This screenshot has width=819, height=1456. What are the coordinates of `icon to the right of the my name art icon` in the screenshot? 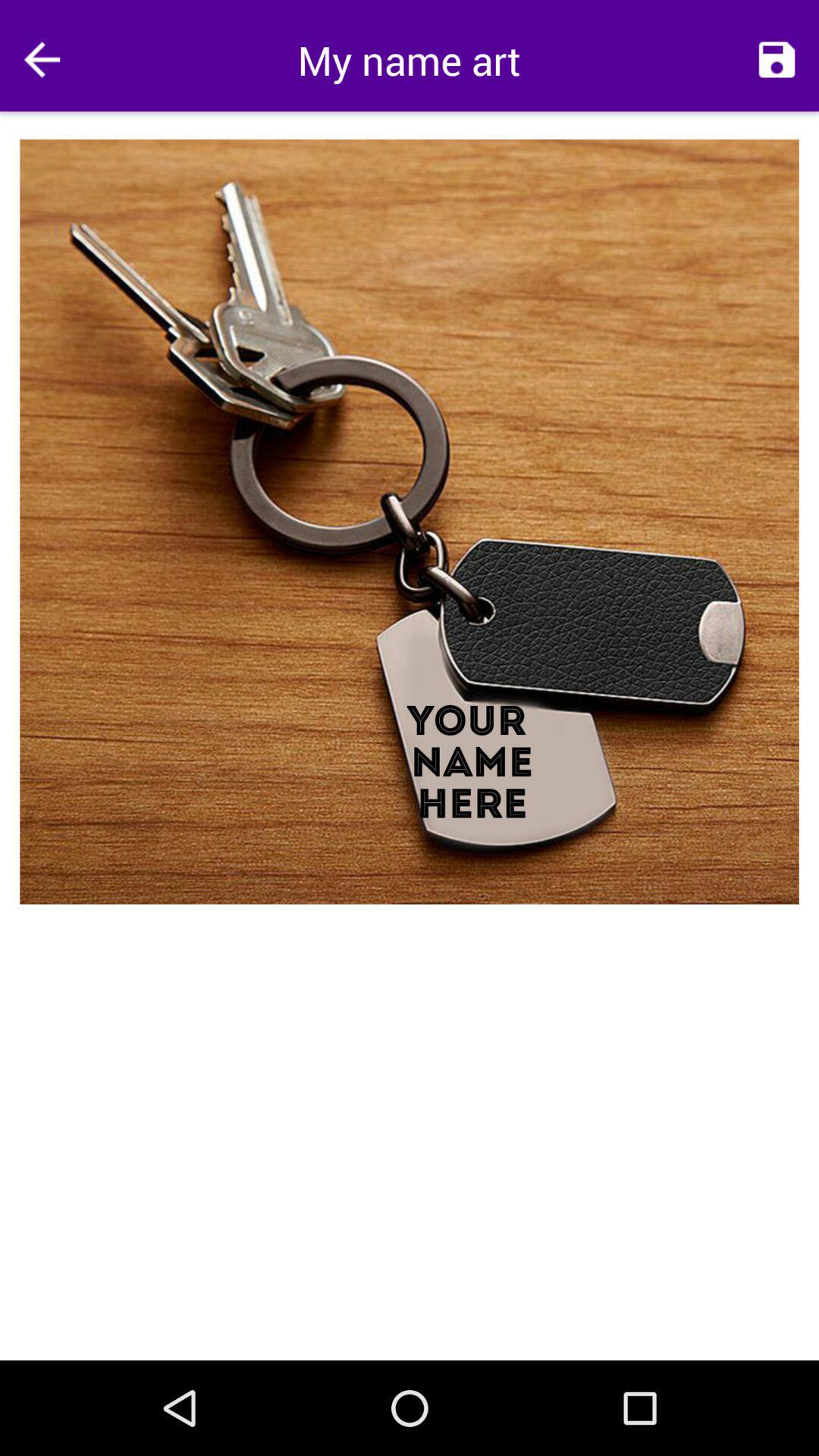 It's located at (777, 59).